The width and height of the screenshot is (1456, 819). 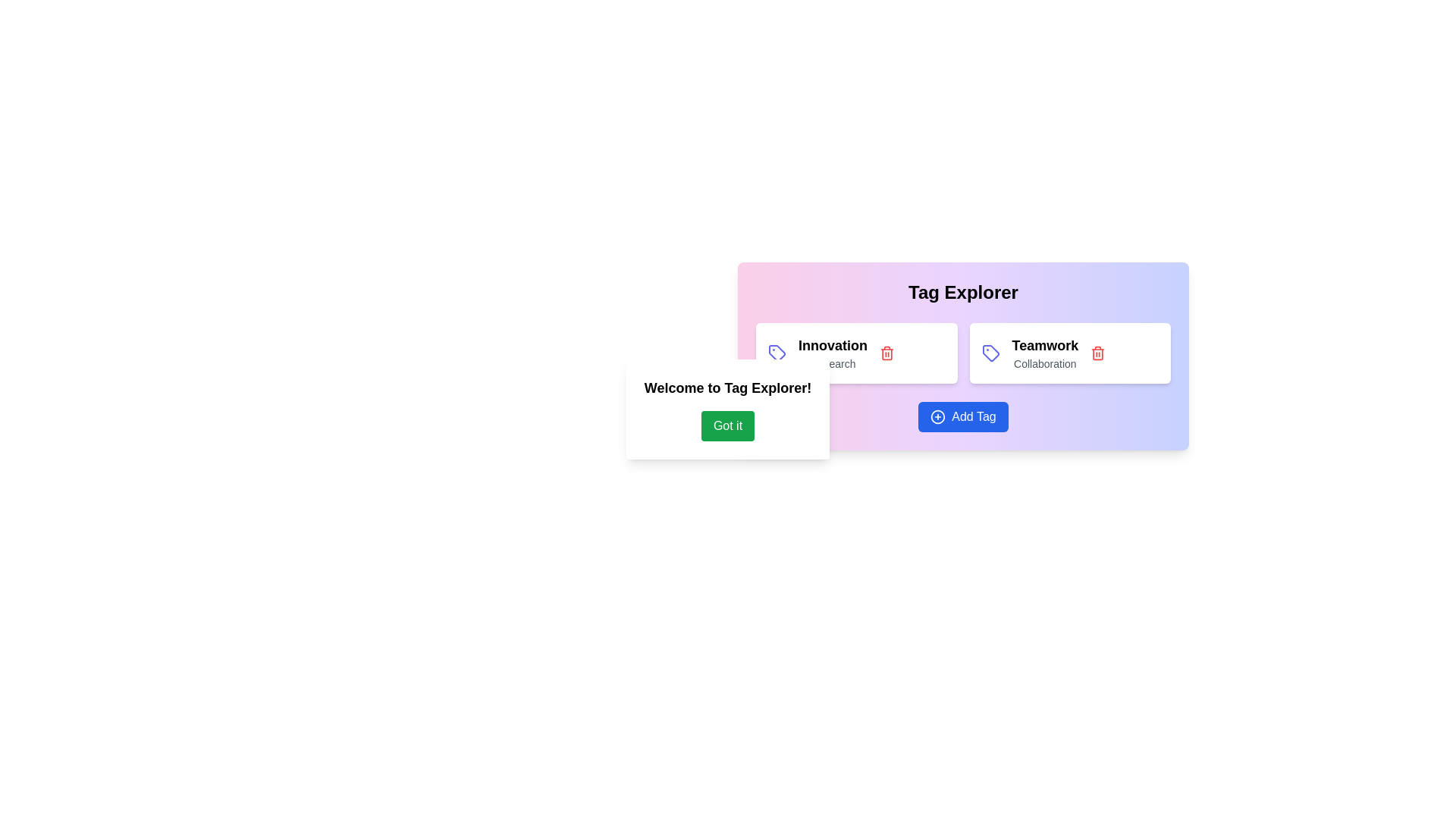 I want to click on the 'Research' text label, which is part of the card component in the 'Tag Explorer' section, located below the 'Innovation' label, so click(x=832, y=363).